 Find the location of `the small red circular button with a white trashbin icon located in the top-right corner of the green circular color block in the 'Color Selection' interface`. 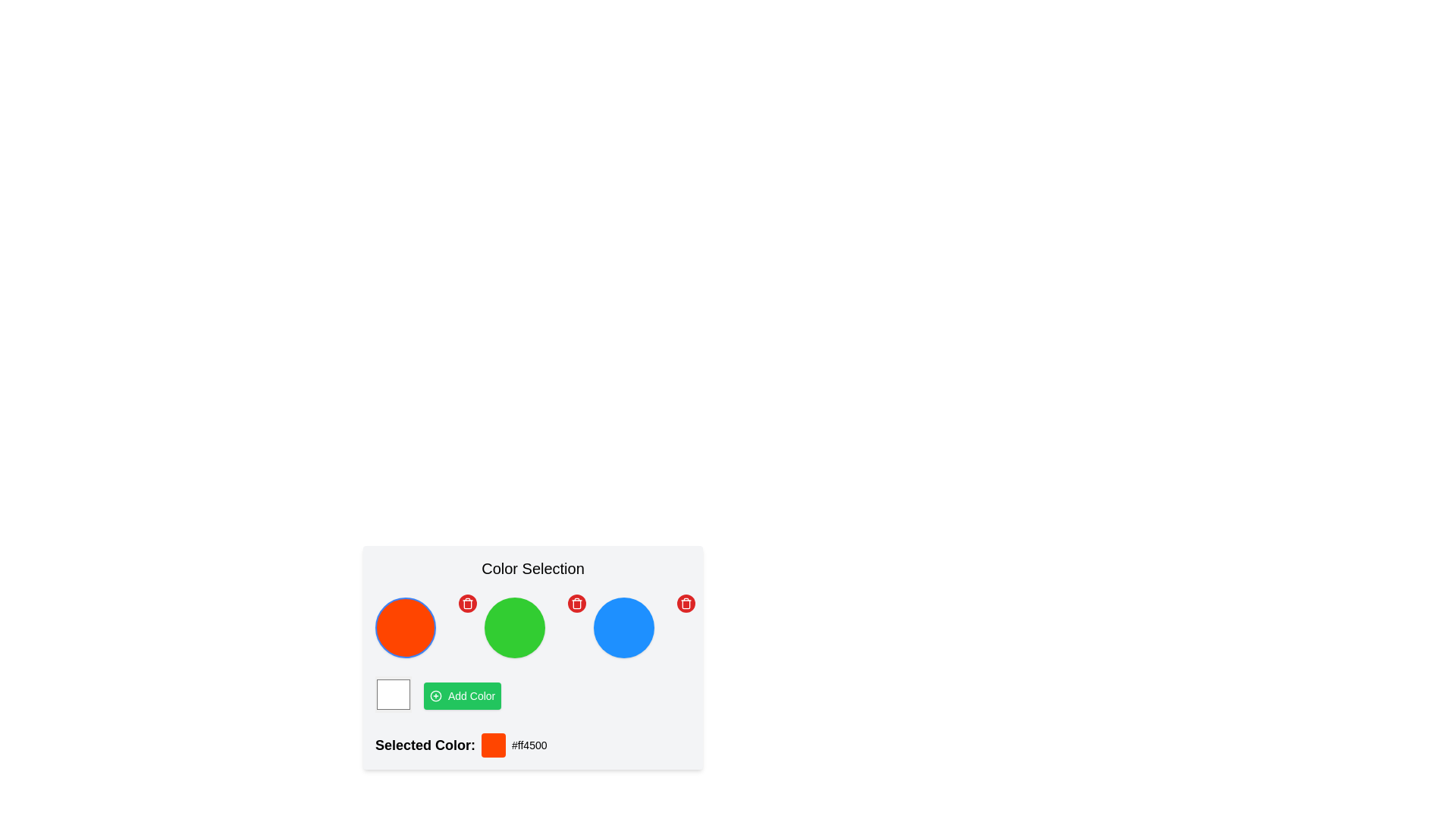

the small red circular button with a white trashbin icon located in the top-right corner of the green circular color block in the 'Color Selection' interface is located at coordinates (576, 602).